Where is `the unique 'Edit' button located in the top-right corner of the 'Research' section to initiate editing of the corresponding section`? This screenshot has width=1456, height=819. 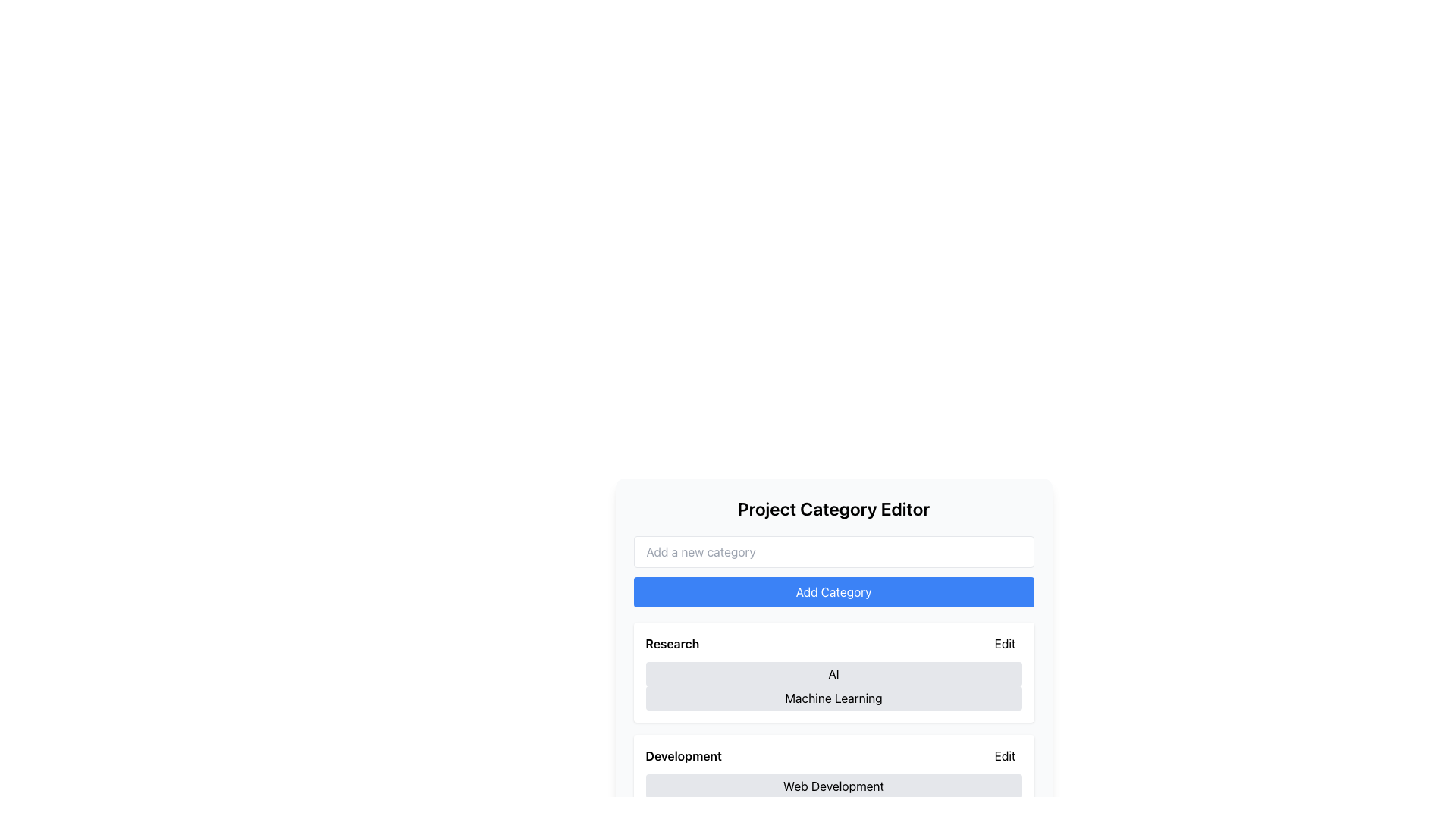 the unique 'Edit' button located in the top-right corner of the 'Research' section to initiate editing of the corresponding section is located at coordinates (1005, 643).